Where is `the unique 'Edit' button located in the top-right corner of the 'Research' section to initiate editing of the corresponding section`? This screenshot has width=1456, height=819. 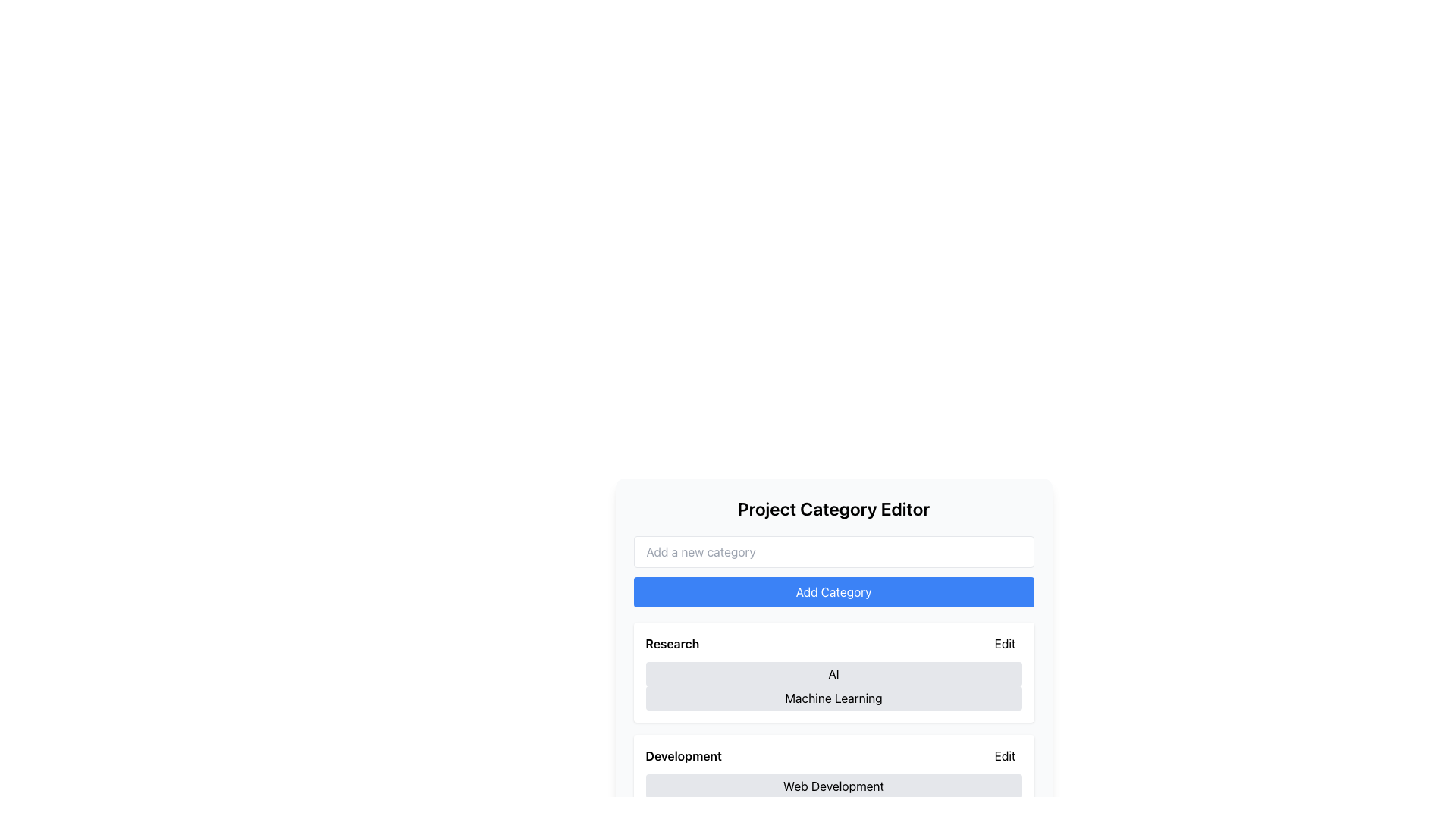 the unique 'Edit' button located in the top-right corner of the 'Research' section to initiate editing of the corresponding section is located at coordinates (1005, 643).